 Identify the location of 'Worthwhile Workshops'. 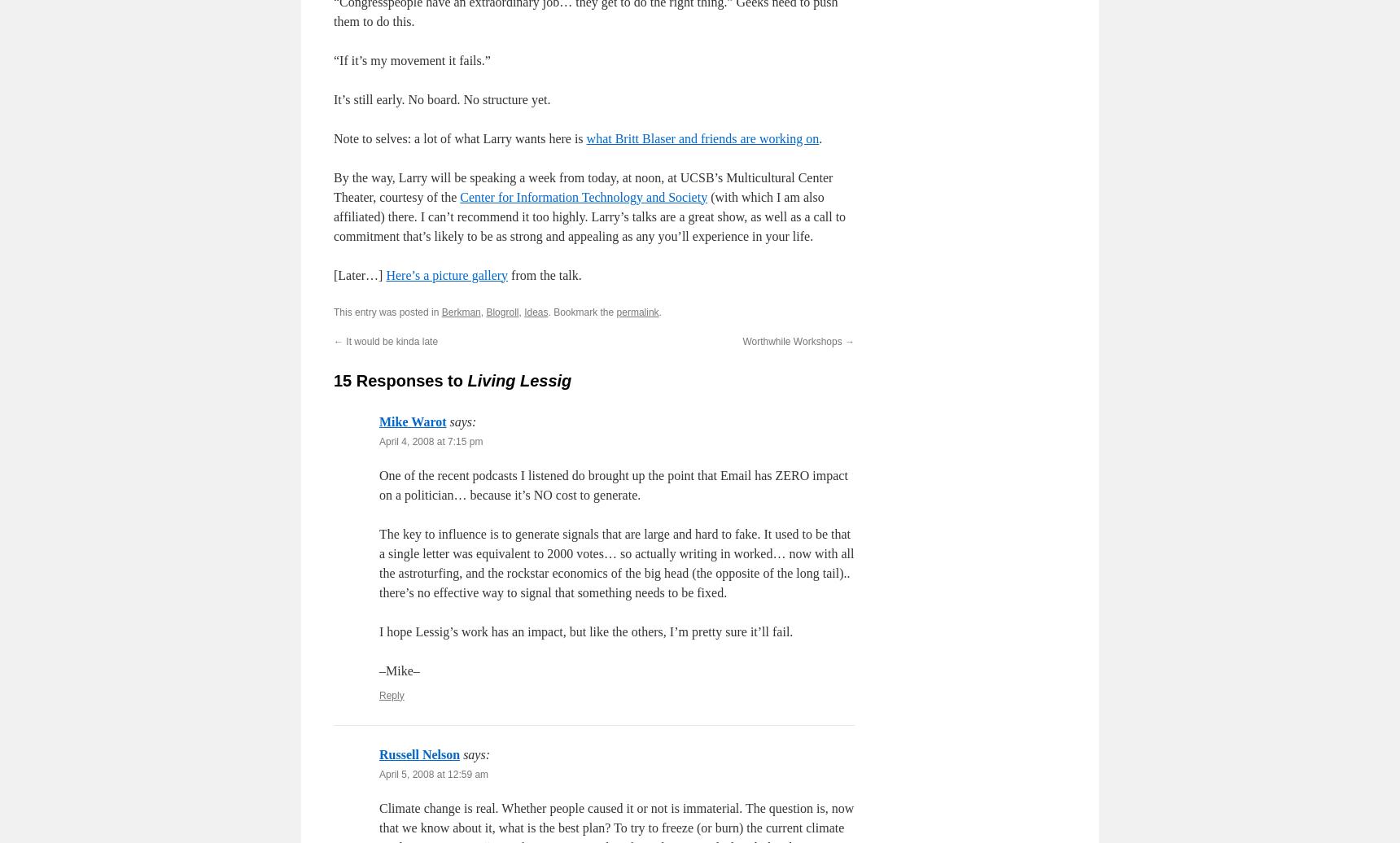
(741, 340).